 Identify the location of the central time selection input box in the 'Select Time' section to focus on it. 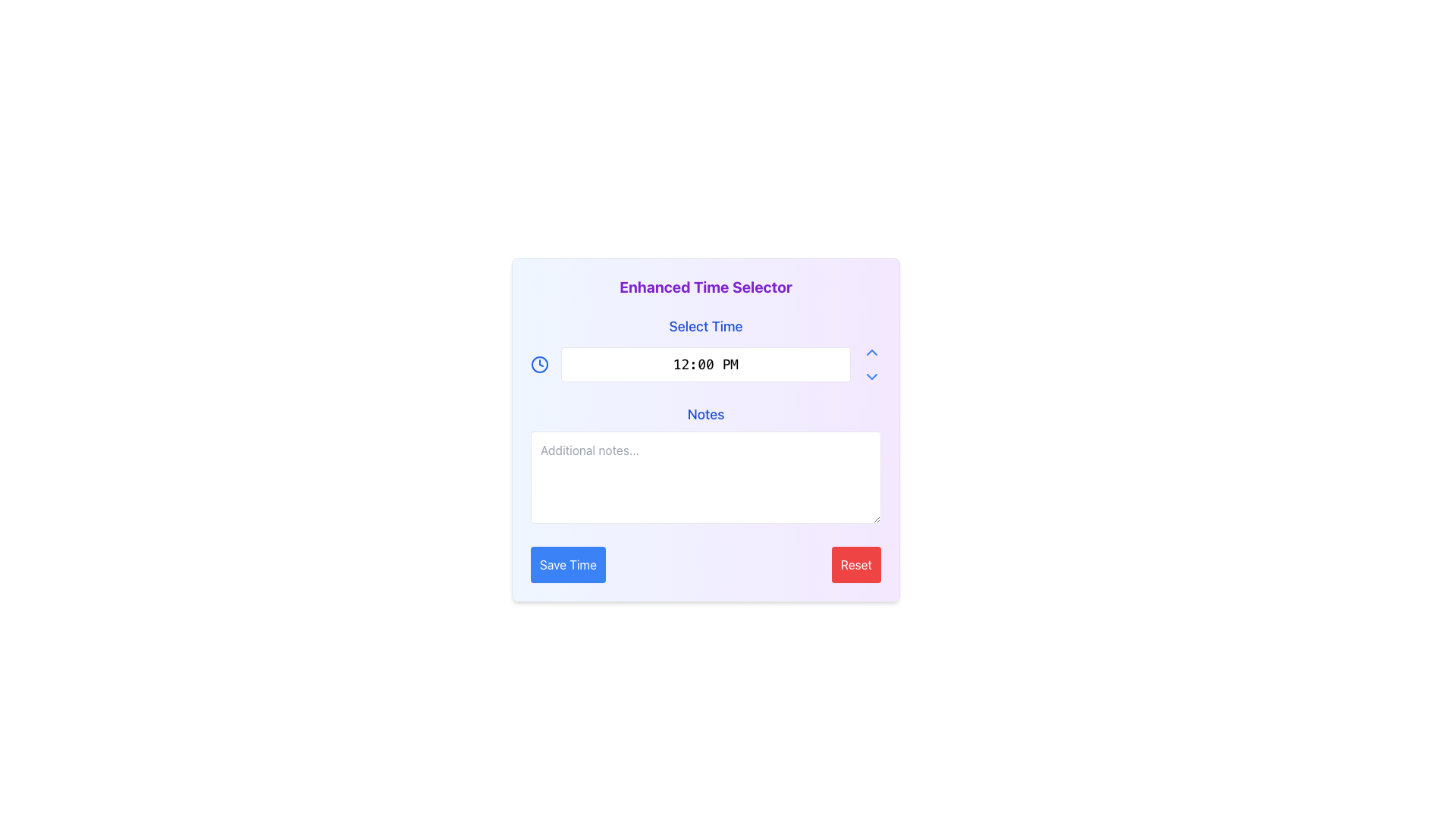
(705, 365).